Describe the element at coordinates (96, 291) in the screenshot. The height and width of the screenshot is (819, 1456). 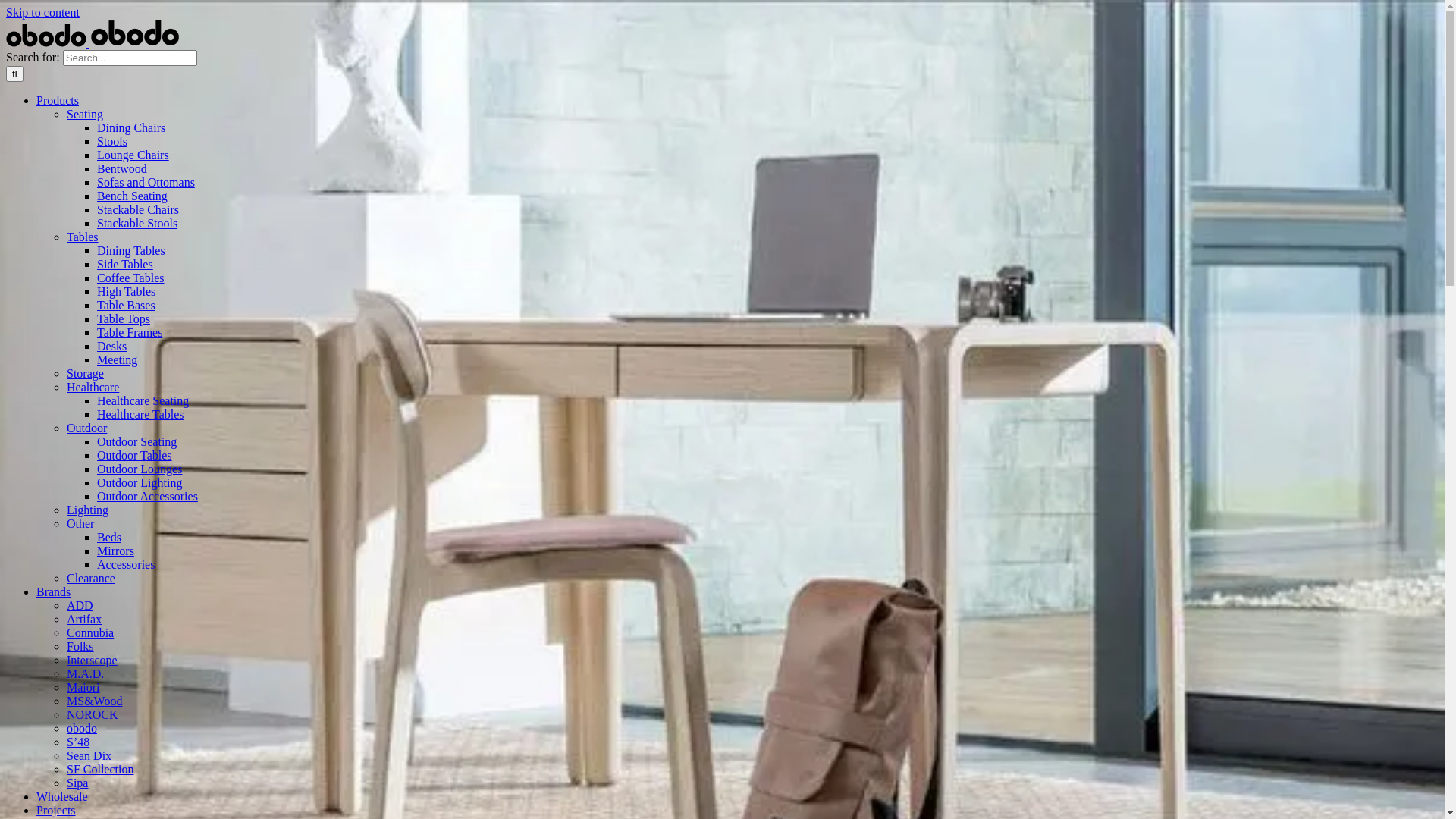
I see `'High Tables'` at that location.